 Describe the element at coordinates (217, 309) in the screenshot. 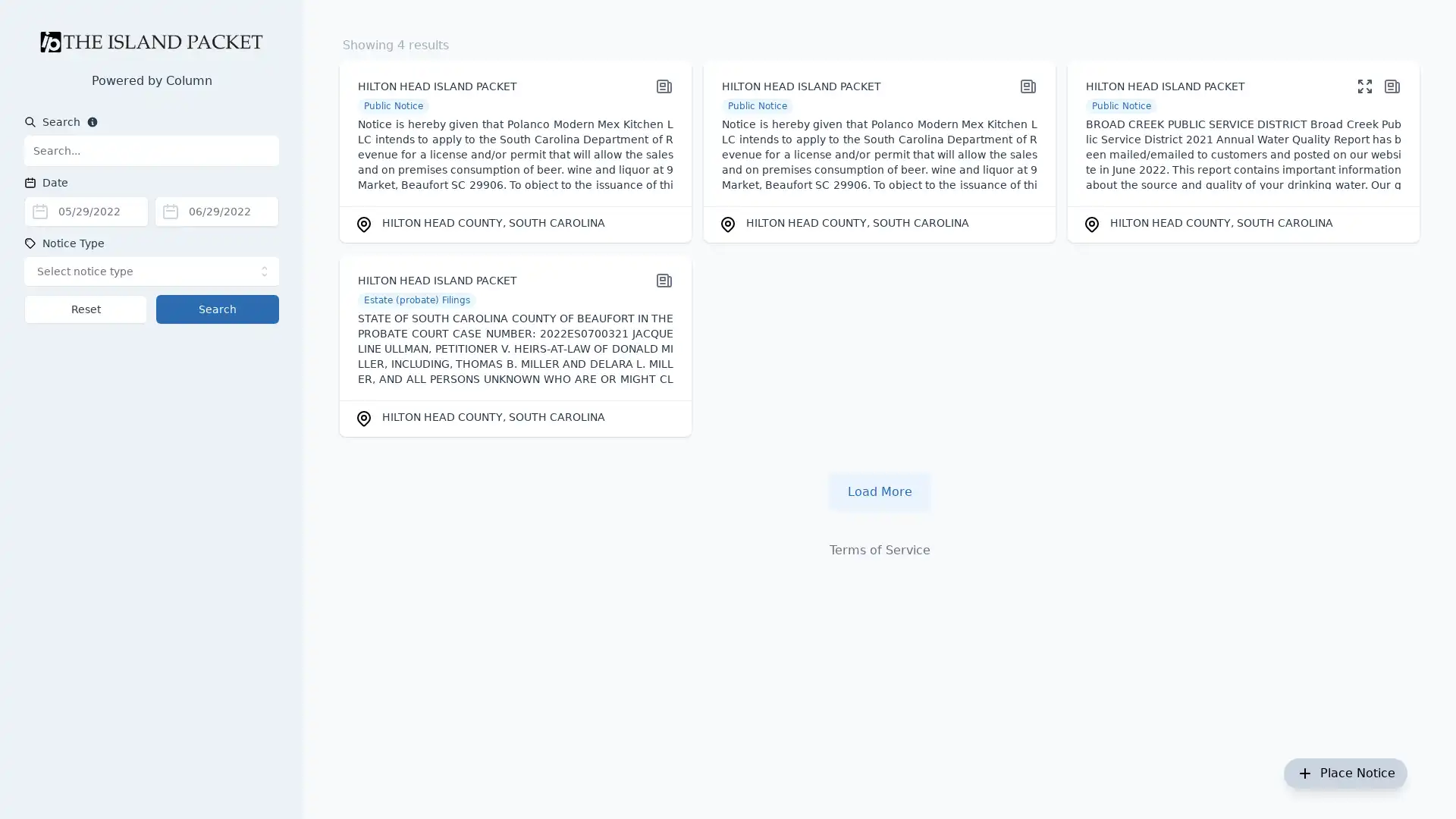

I see `Search` at that location.